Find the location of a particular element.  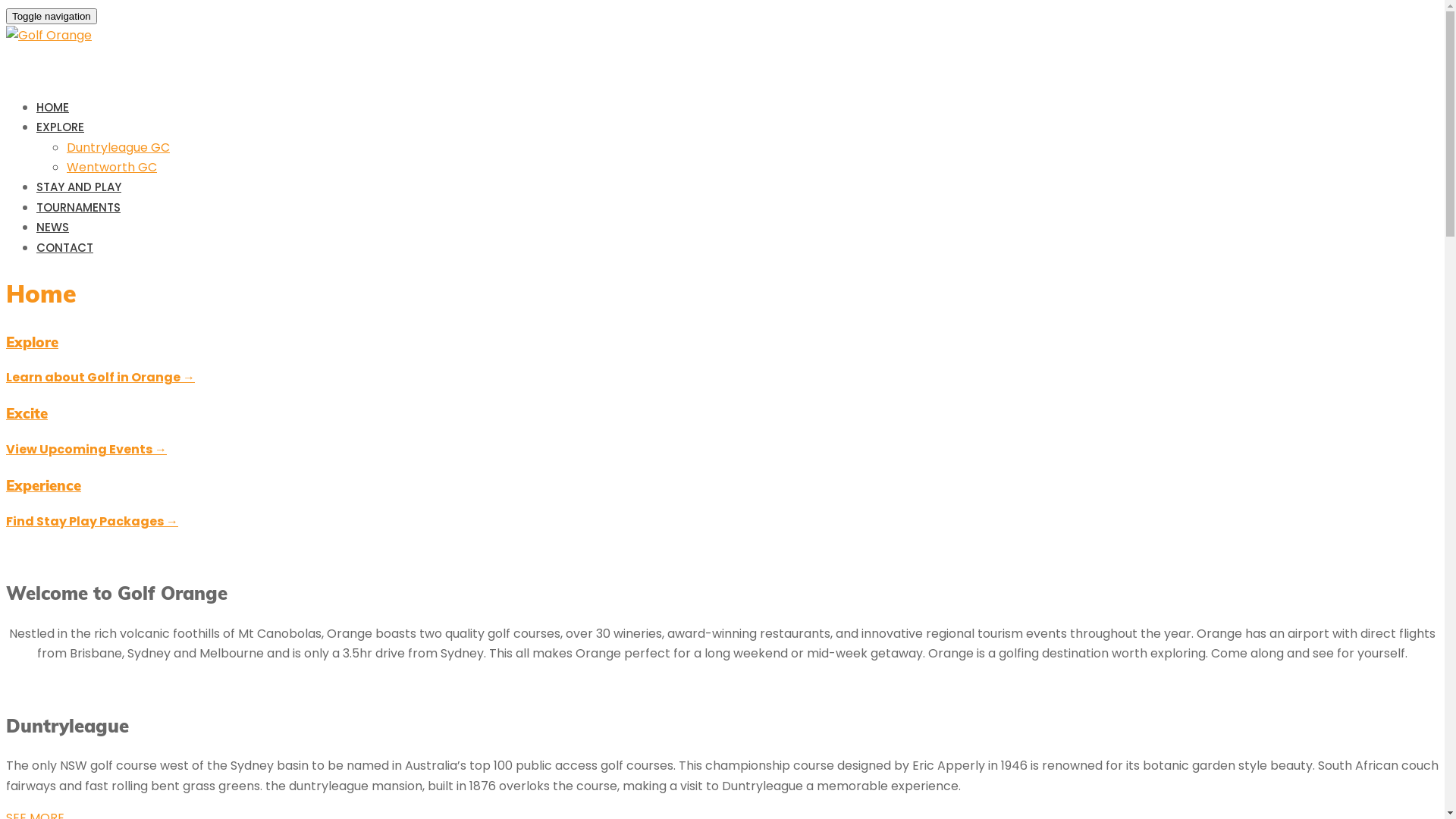

'HOME' is located at coordinates (52, 106).